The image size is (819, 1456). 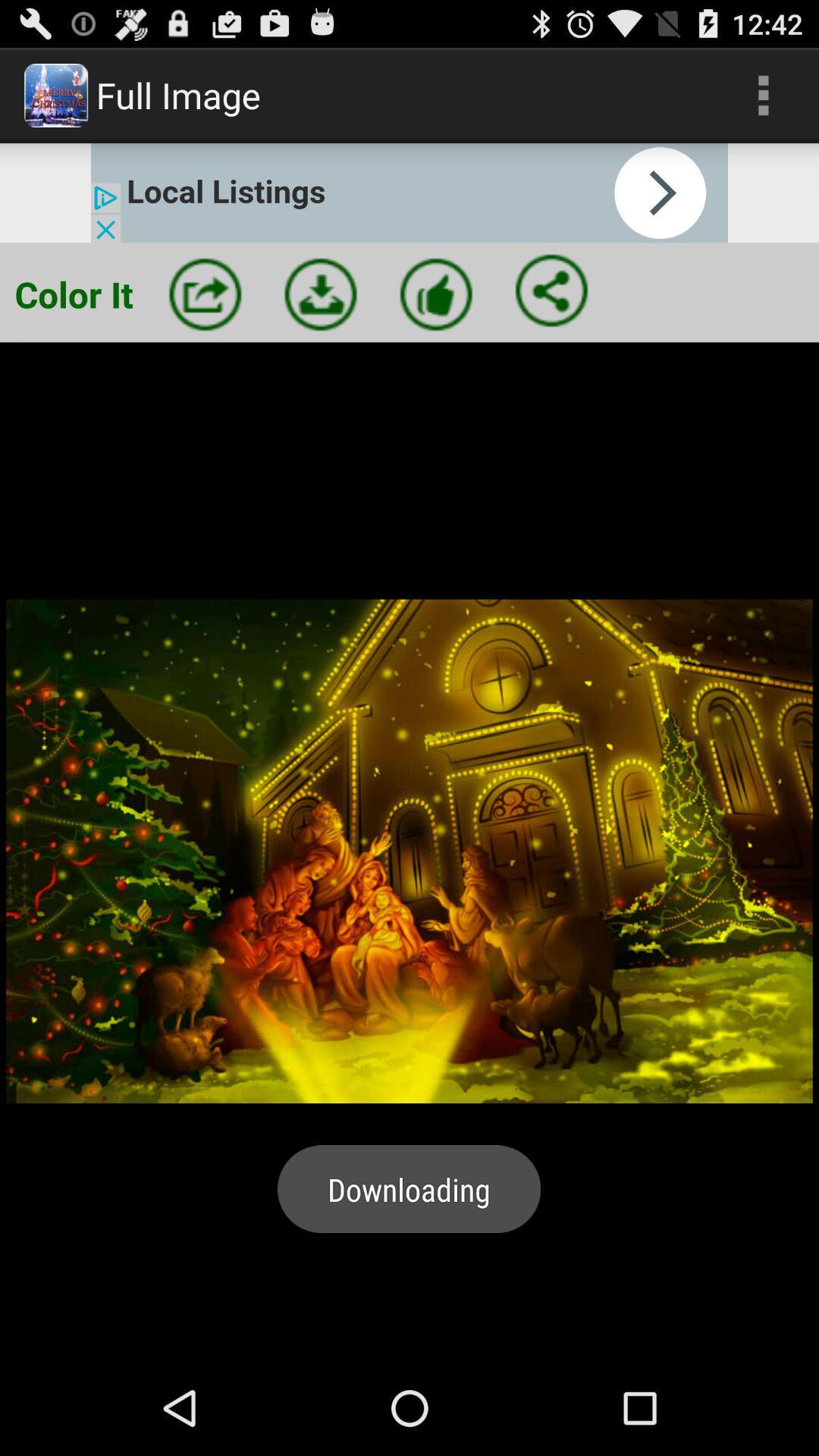 What do you see at coordinates (551, 310) in the screenshot?
I see `the share icon` at bounding box center [551, 310].